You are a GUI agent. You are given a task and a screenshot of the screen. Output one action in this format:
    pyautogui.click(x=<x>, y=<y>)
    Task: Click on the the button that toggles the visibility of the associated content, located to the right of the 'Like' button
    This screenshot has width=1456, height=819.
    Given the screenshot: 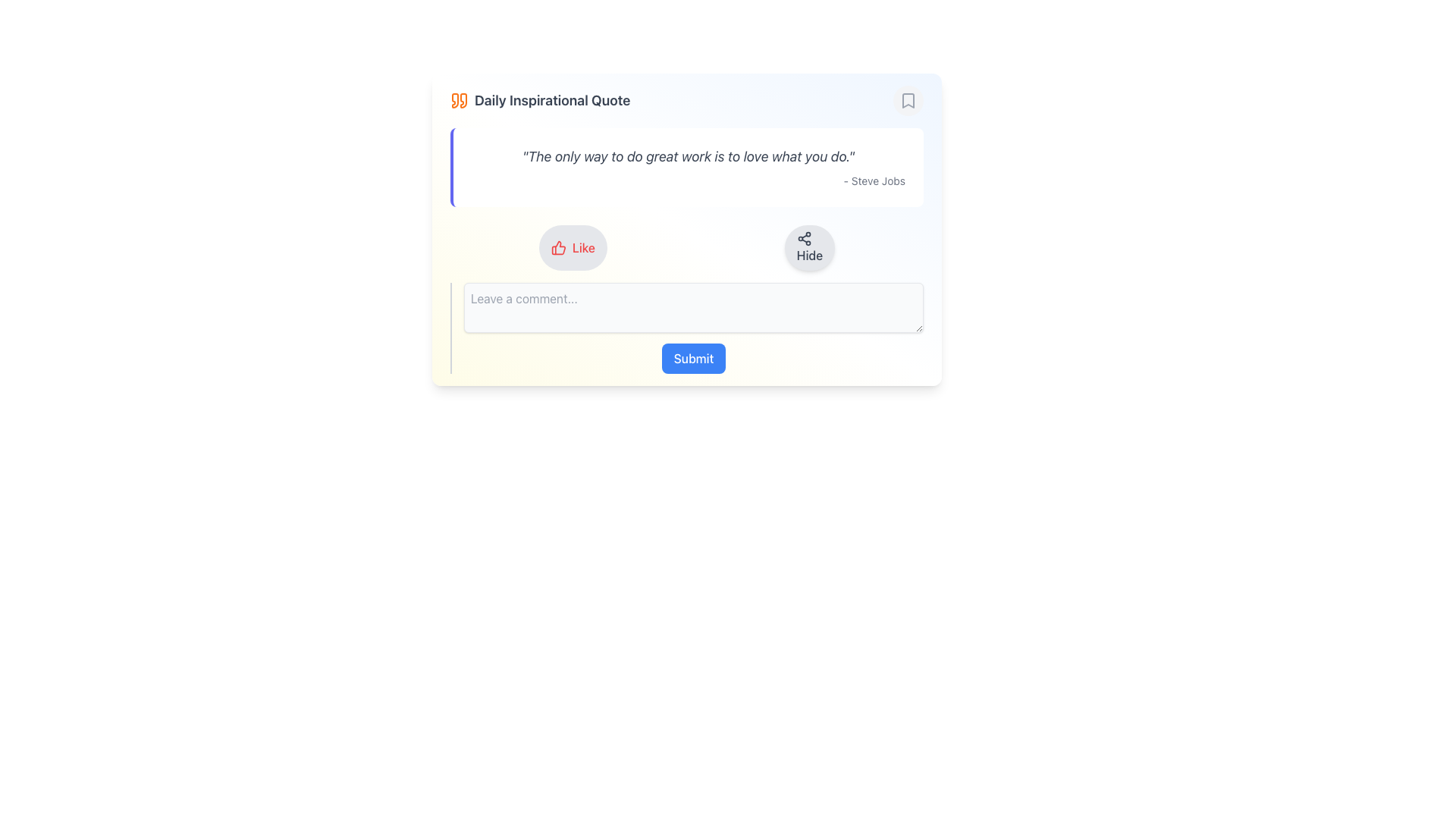 What is the action you would take?
    pyautogui.click(x=808, y=247)
    